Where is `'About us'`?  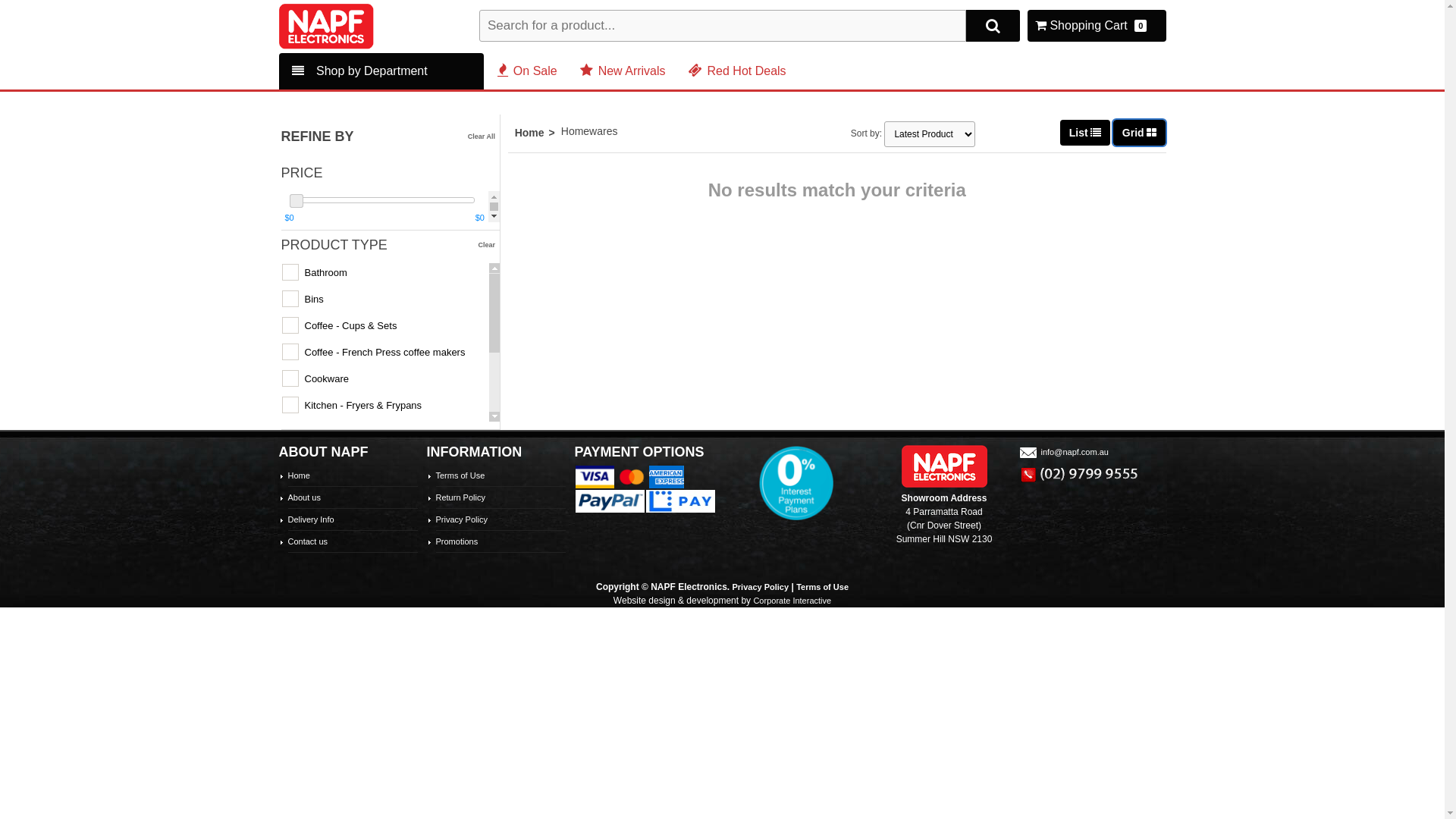 'About us' is located at coordinates (303, 497).